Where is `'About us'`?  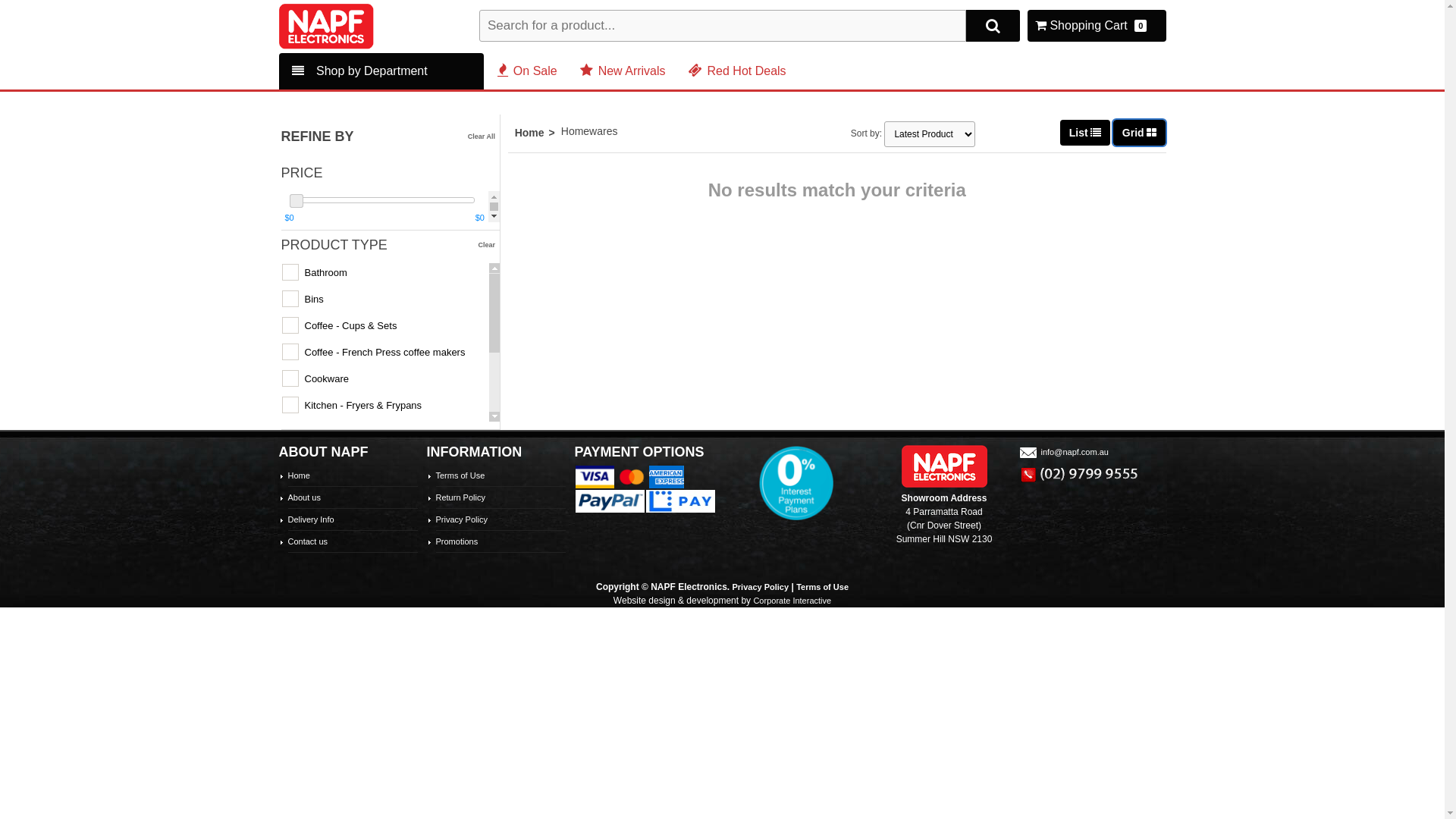 'About us' is located at coordinates (303, 497).